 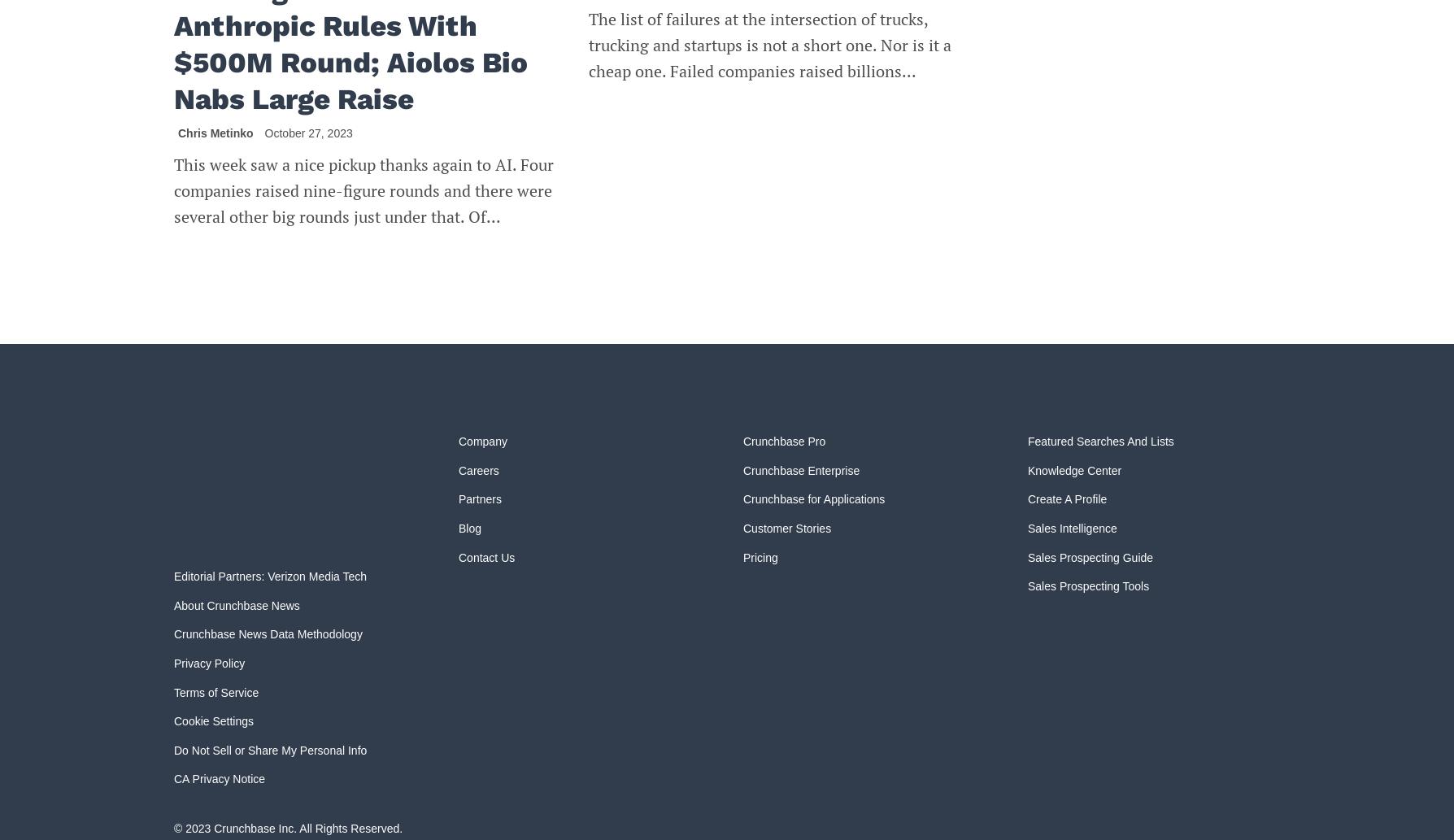 I want to click on 'Sales Prospecting Tools', so click(x=1087, y=586).